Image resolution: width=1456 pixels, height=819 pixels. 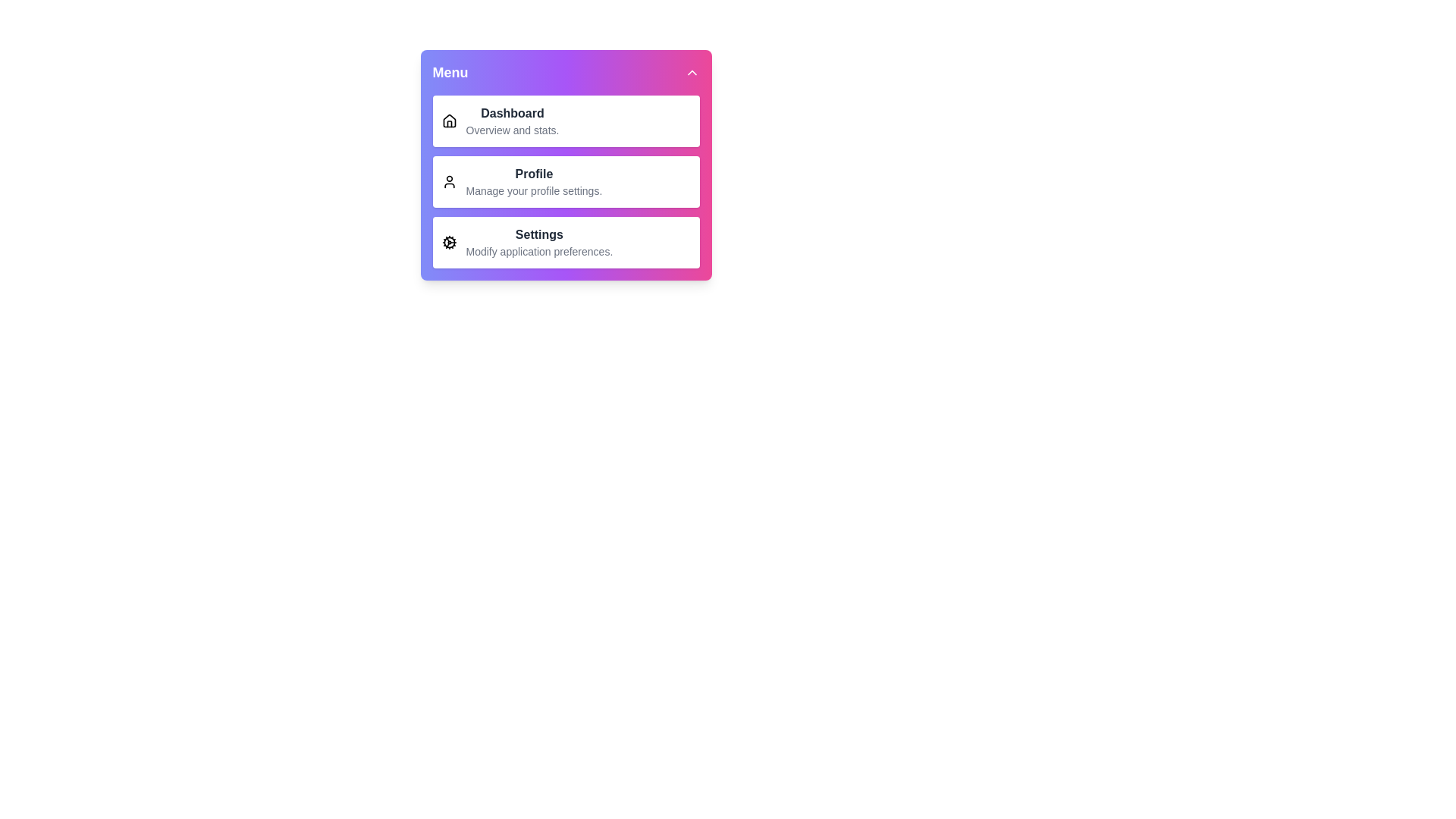 I want to click on the icon of the menu item labeled Profile, so click(x=448, y=180).